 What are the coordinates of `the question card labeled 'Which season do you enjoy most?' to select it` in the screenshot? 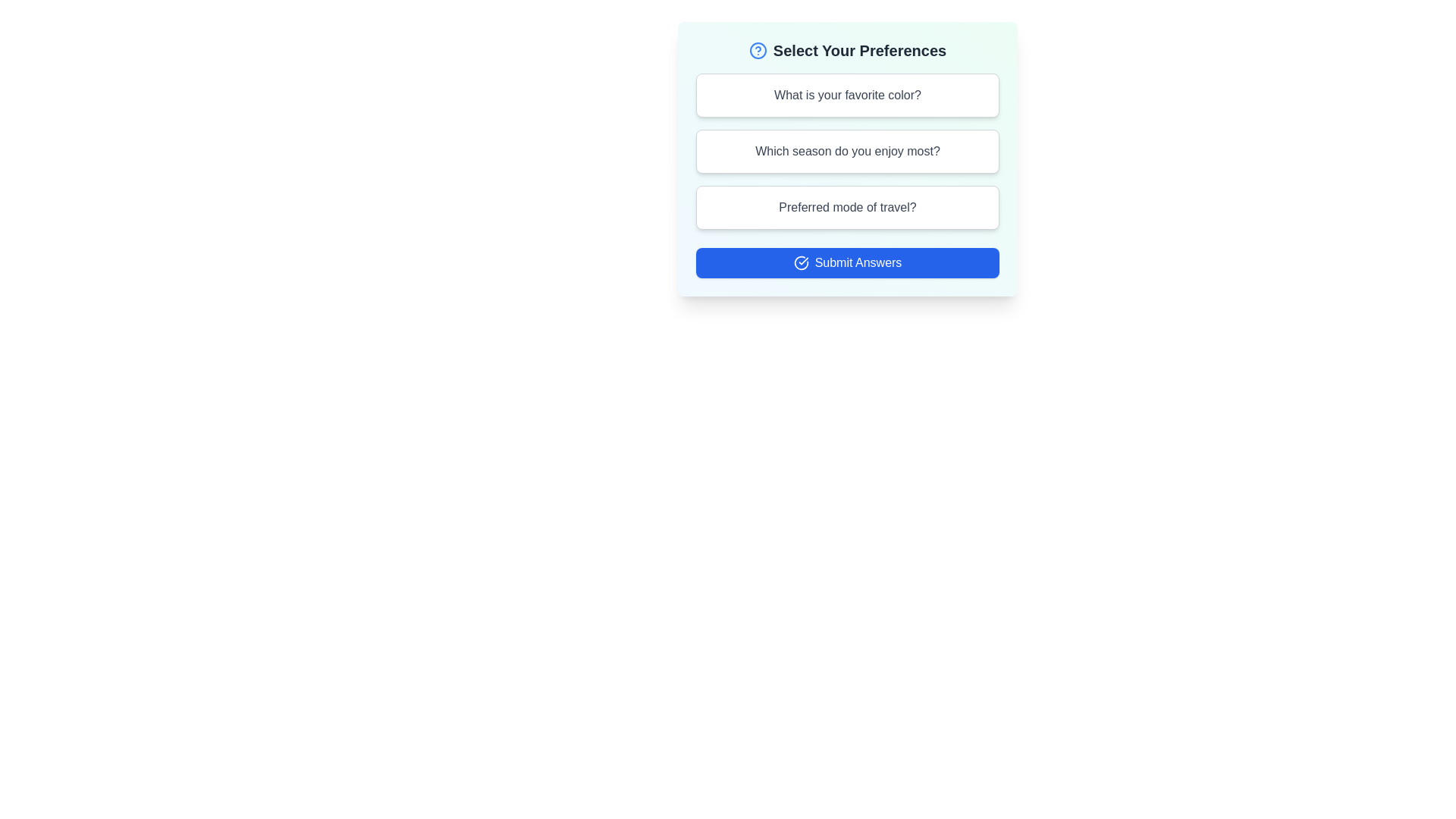 It's located at (847, 152).